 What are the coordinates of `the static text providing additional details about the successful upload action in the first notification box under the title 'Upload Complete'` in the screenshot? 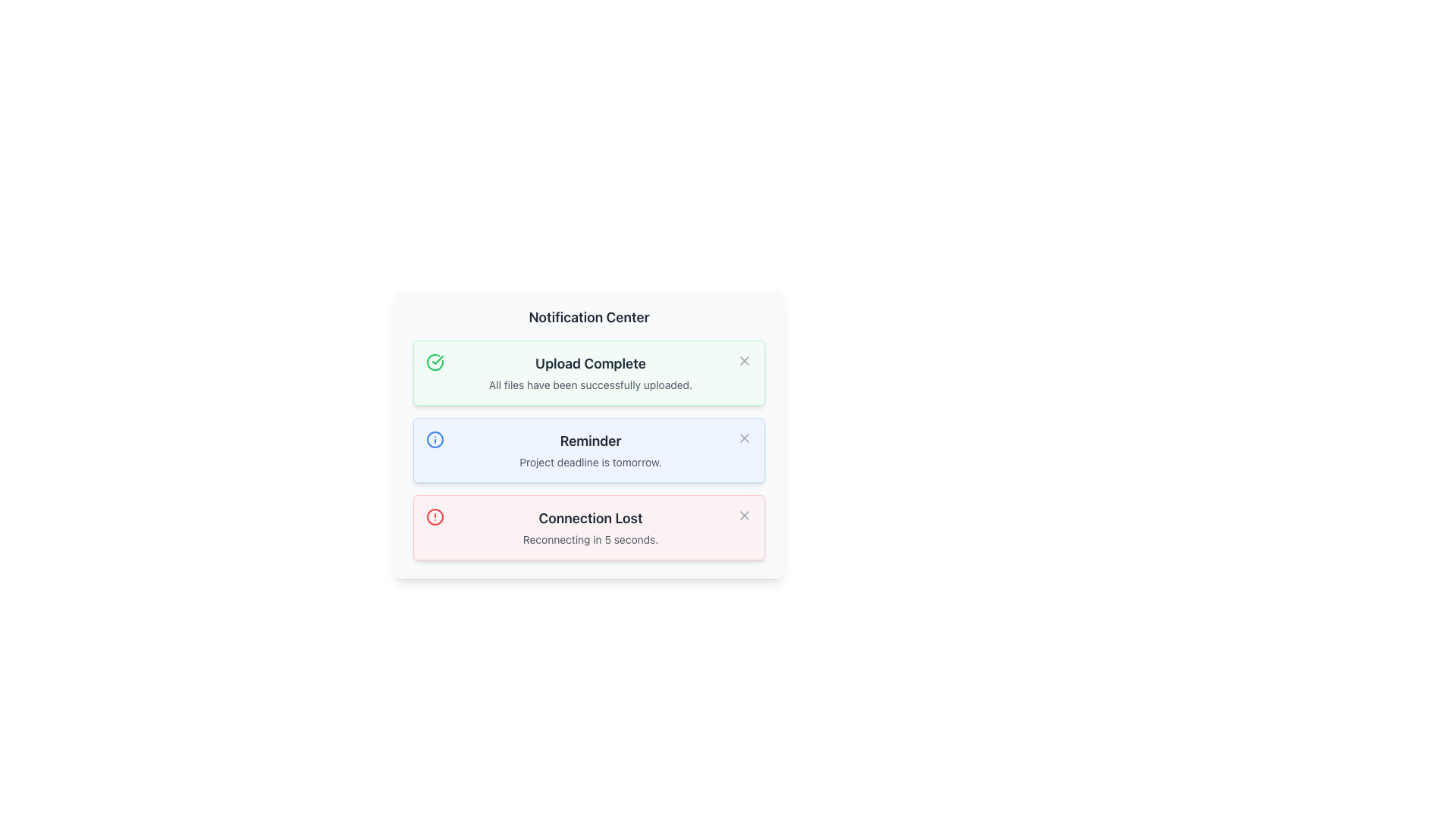 It's located at (589, 384).